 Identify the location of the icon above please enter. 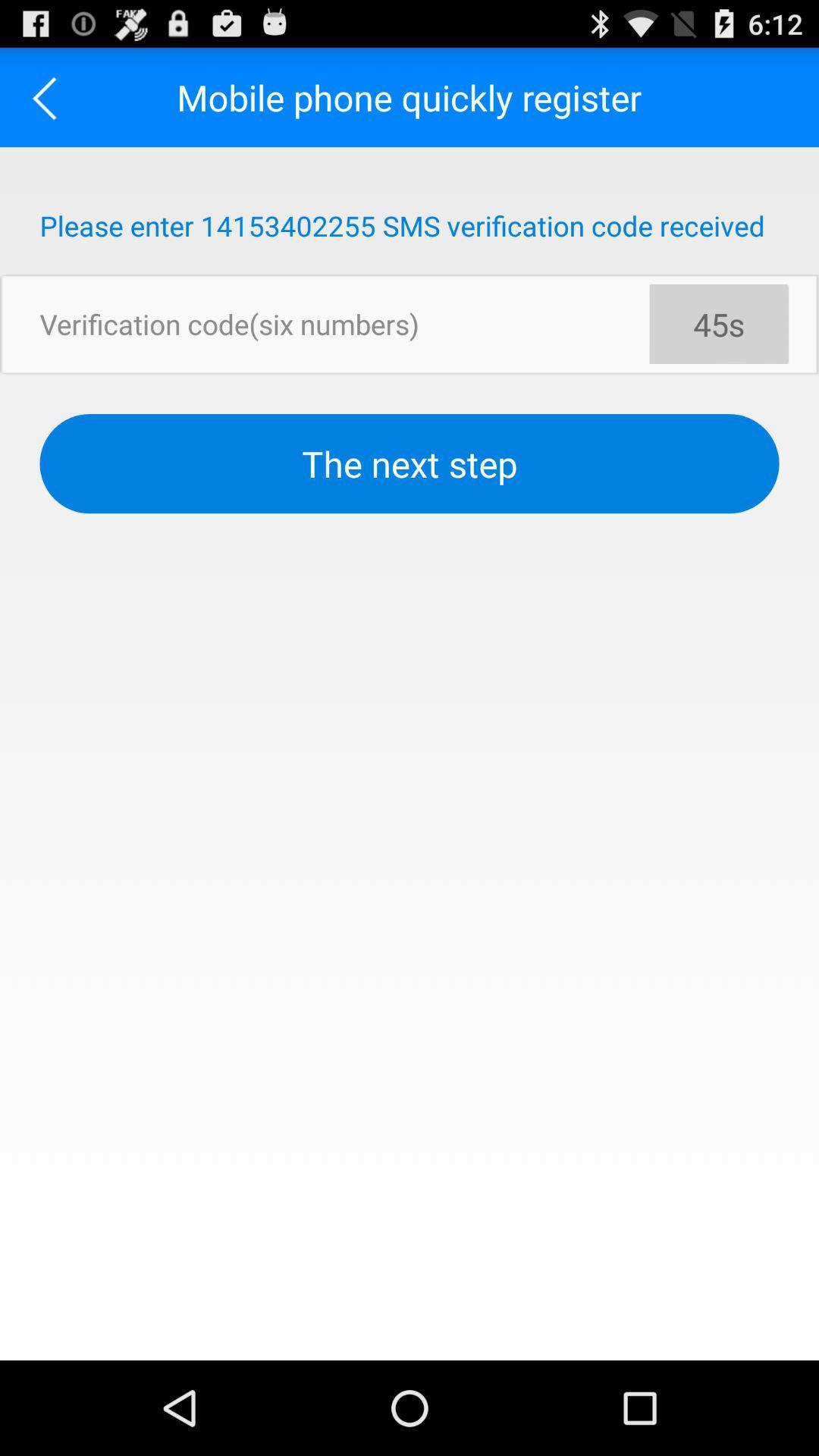
(49, 96).